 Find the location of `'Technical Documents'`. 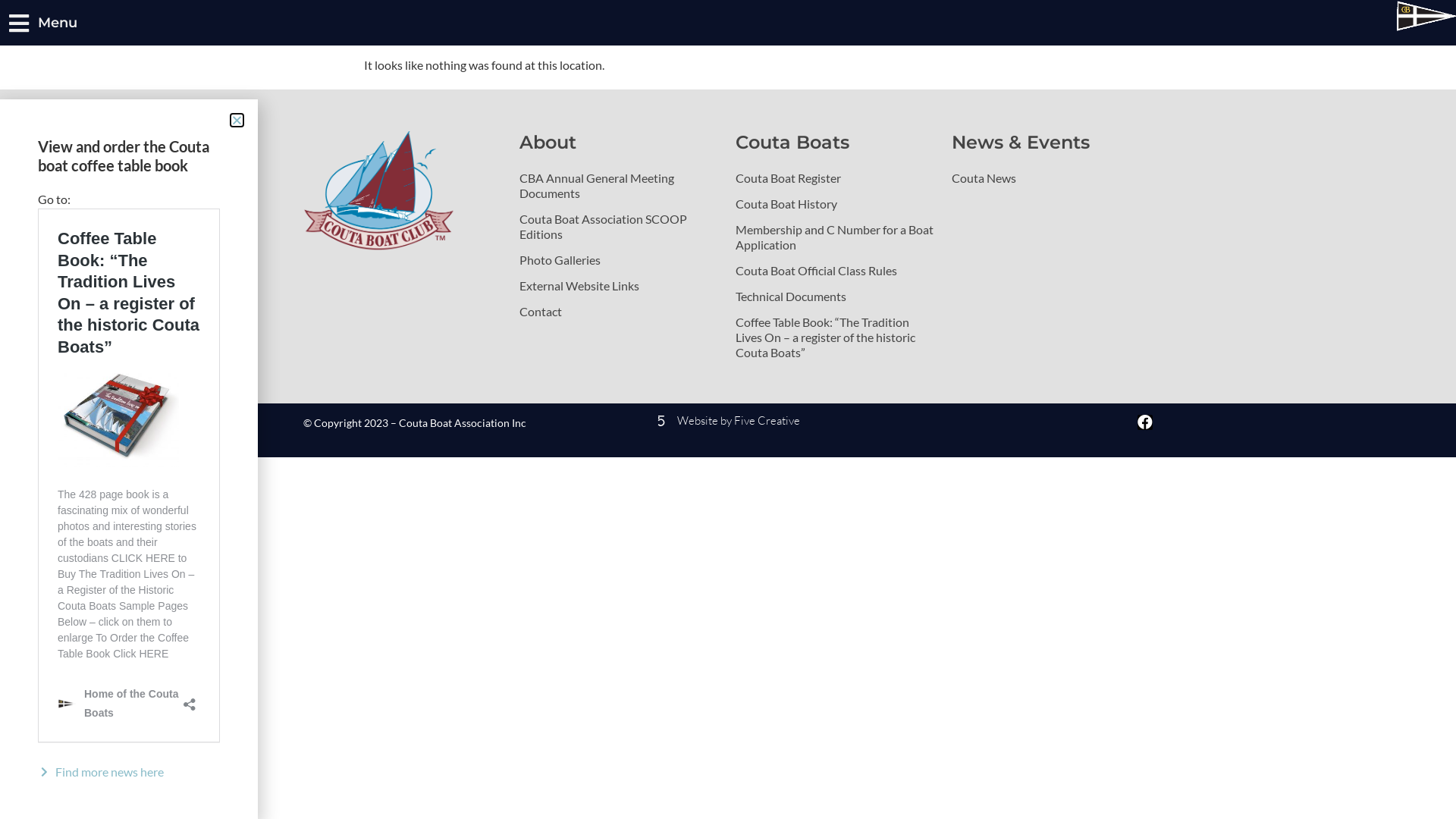

'Technical Documents' is located at coordinates (835, 296).